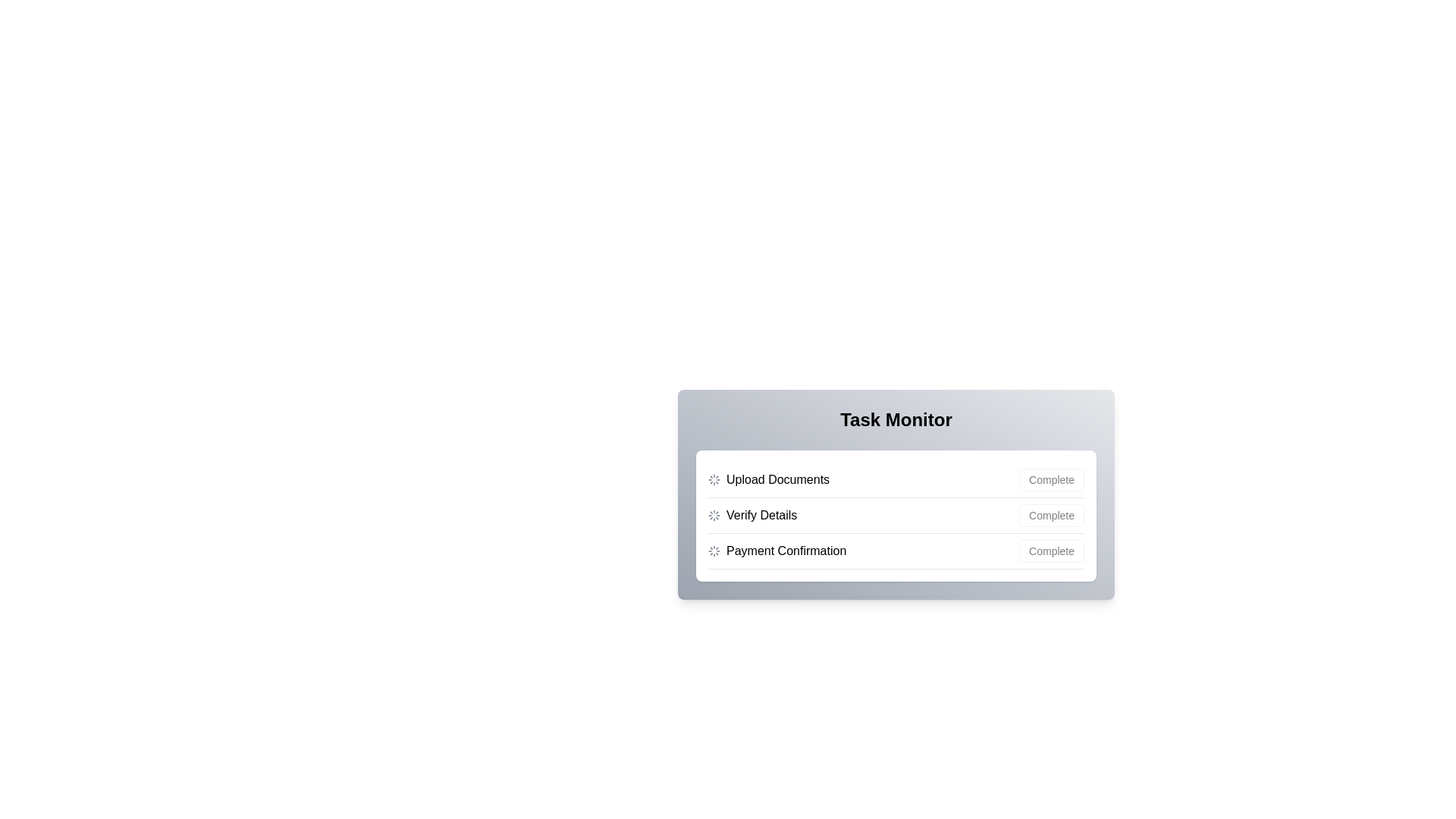 This screenshot has height=819, width=1456. What do you see at coordinates (713, 479) in the screenshot?
I see `the animated loader icon, which is a circular grey icon indicating loading, located to the left of the 'Upload Documents' text in the 'Task Monitor' card` at bounding box center [713, 479].